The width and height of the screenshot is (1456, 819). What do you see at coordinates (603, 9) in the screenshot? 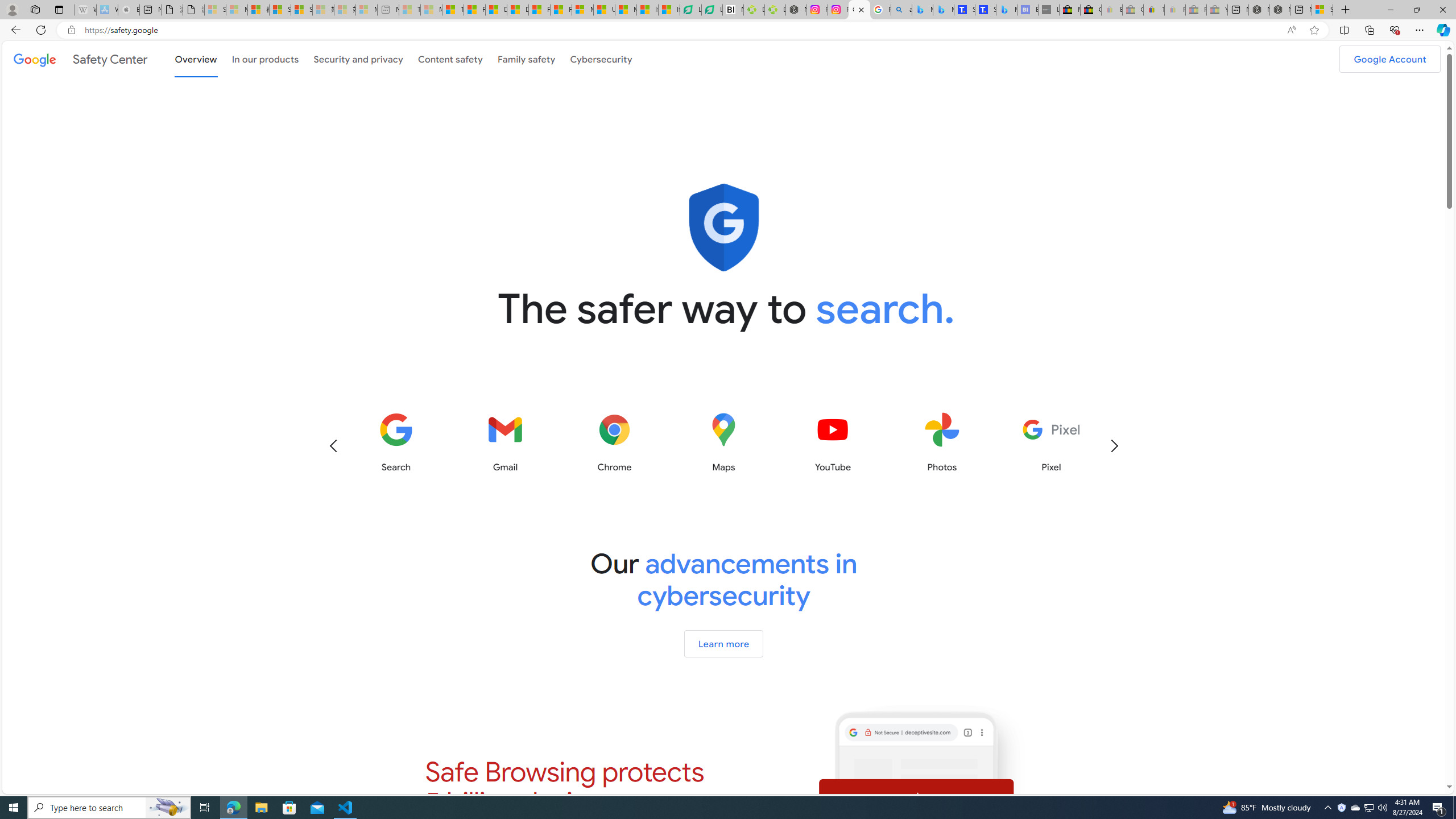
I see `'US Heat Deaths Soared To Record High Last Year'` at bounding box center [603, 9].